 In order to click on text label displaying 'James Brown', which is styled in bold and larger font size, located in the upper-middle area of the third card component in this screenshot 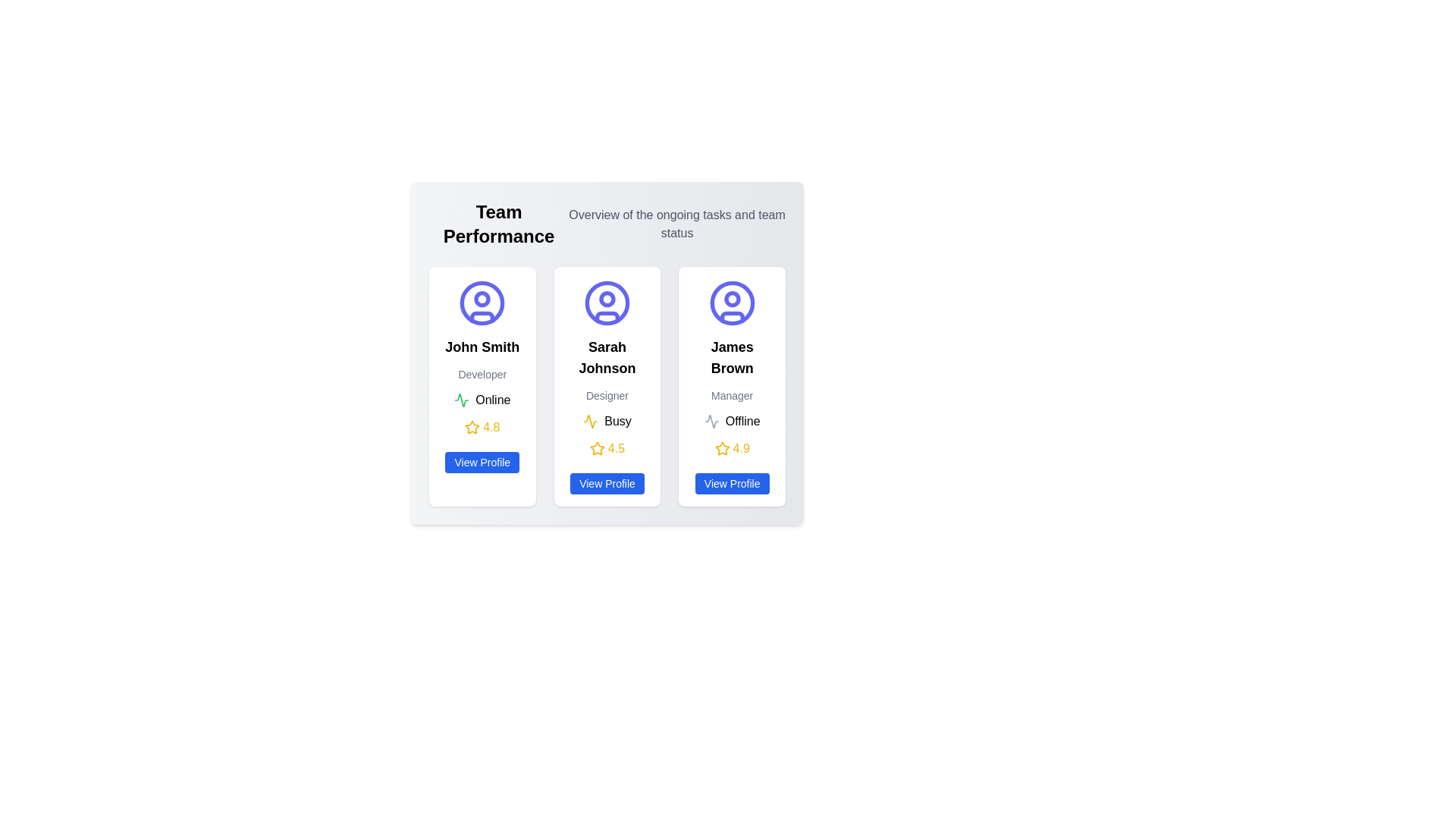, I will do `click(732, 357)`.